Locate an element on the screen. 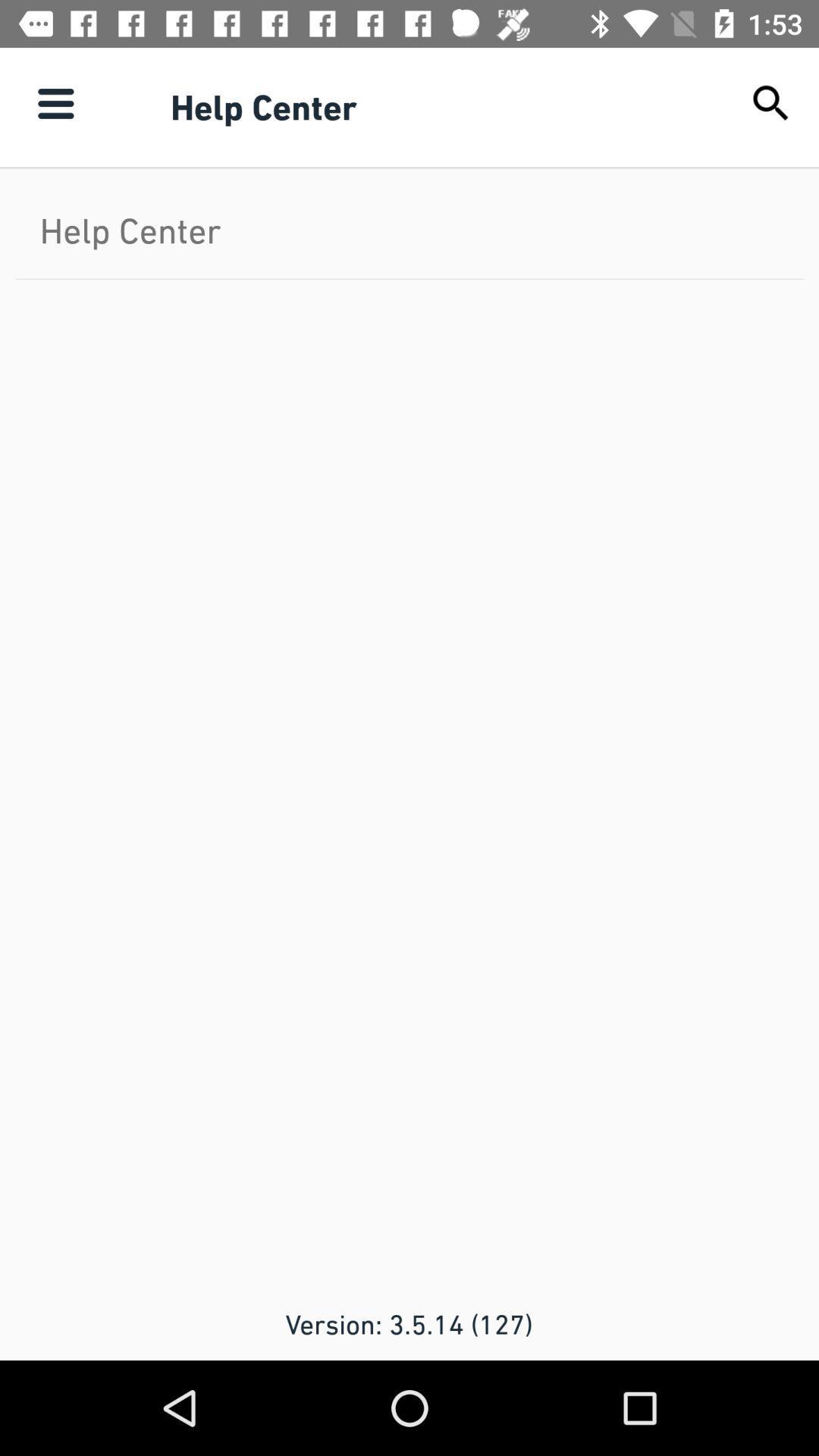 The height and width of the screenshot is (1456, 819). item next to help center icon is located at coordinates (55, 102).